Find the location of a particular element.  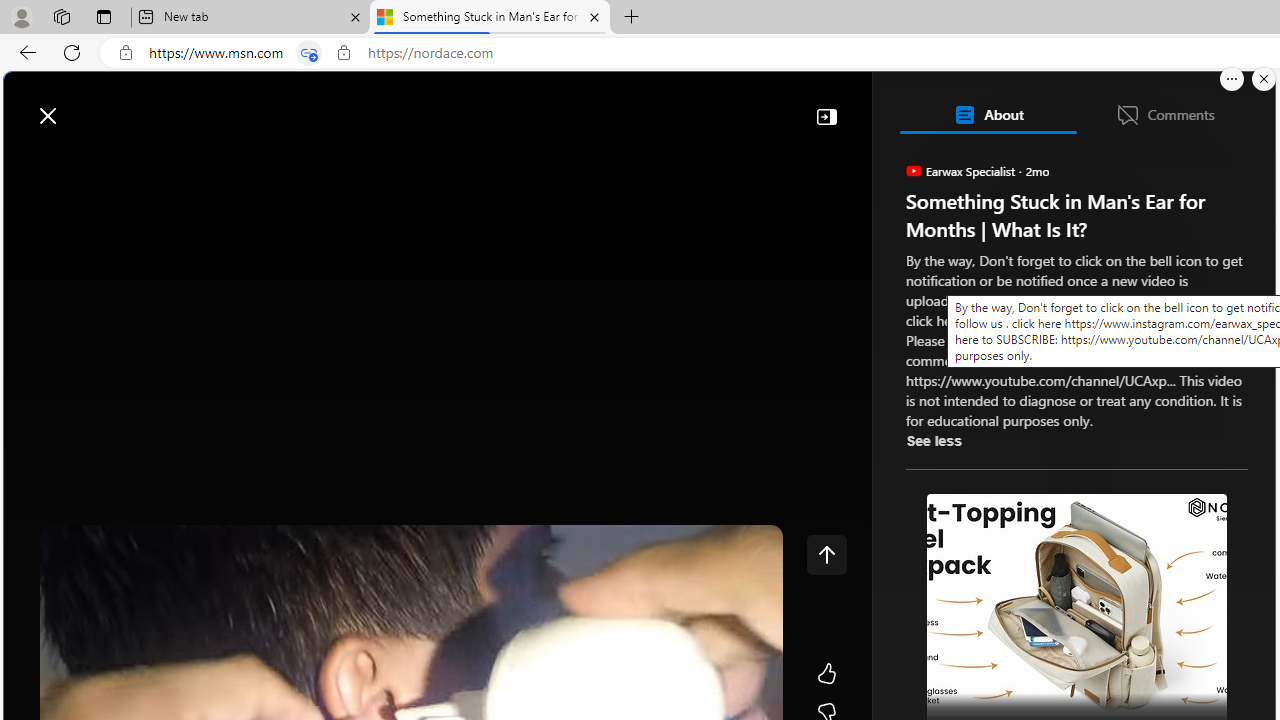

'Earwax Specialist' is located at coordinates (912, 169).